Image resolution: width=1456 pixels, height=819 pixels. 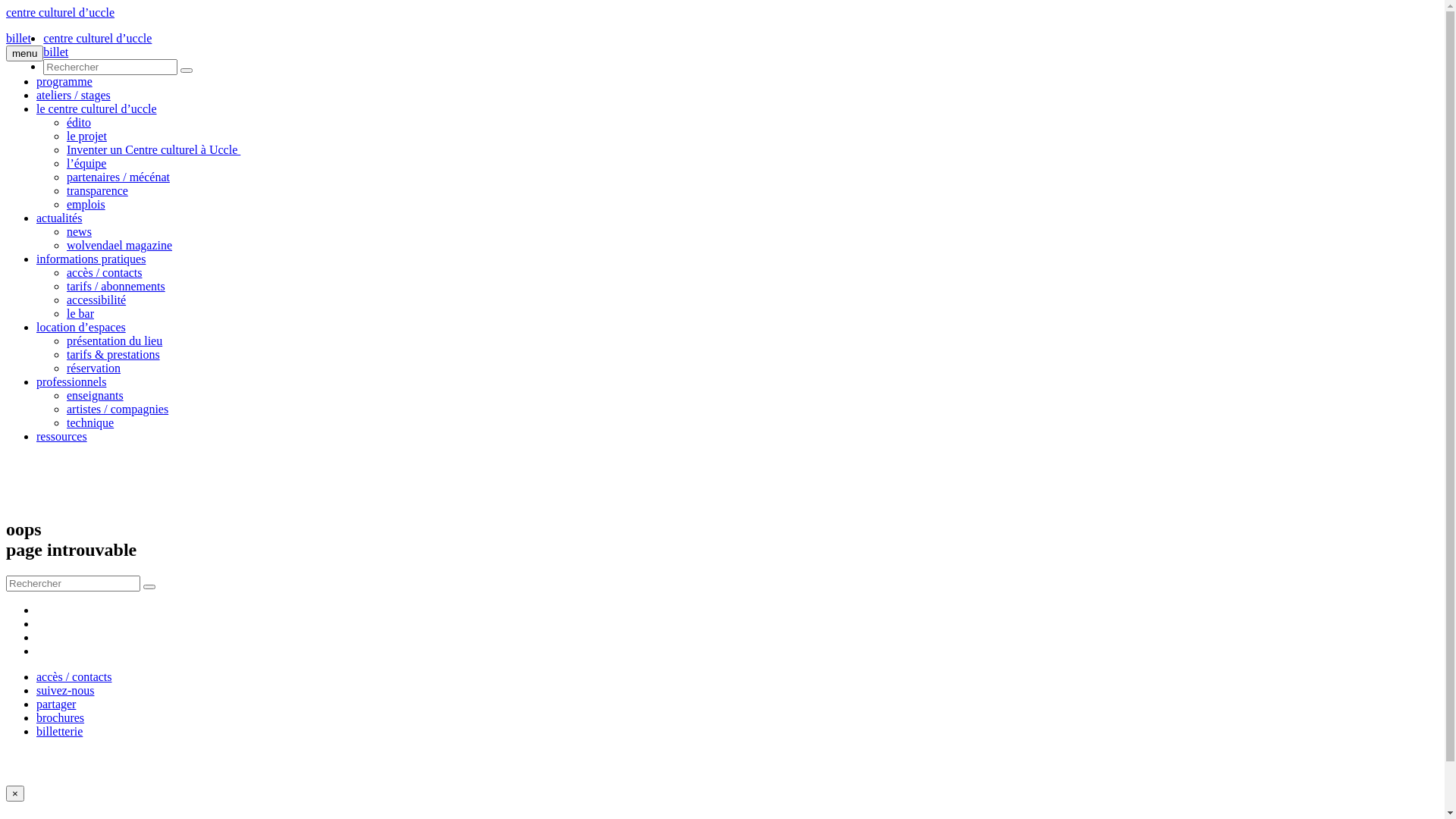 What do you see at coordinates (72, 95) in the screenshot?
I see `'ateliers / stages'` at bounding box center [72, 95].